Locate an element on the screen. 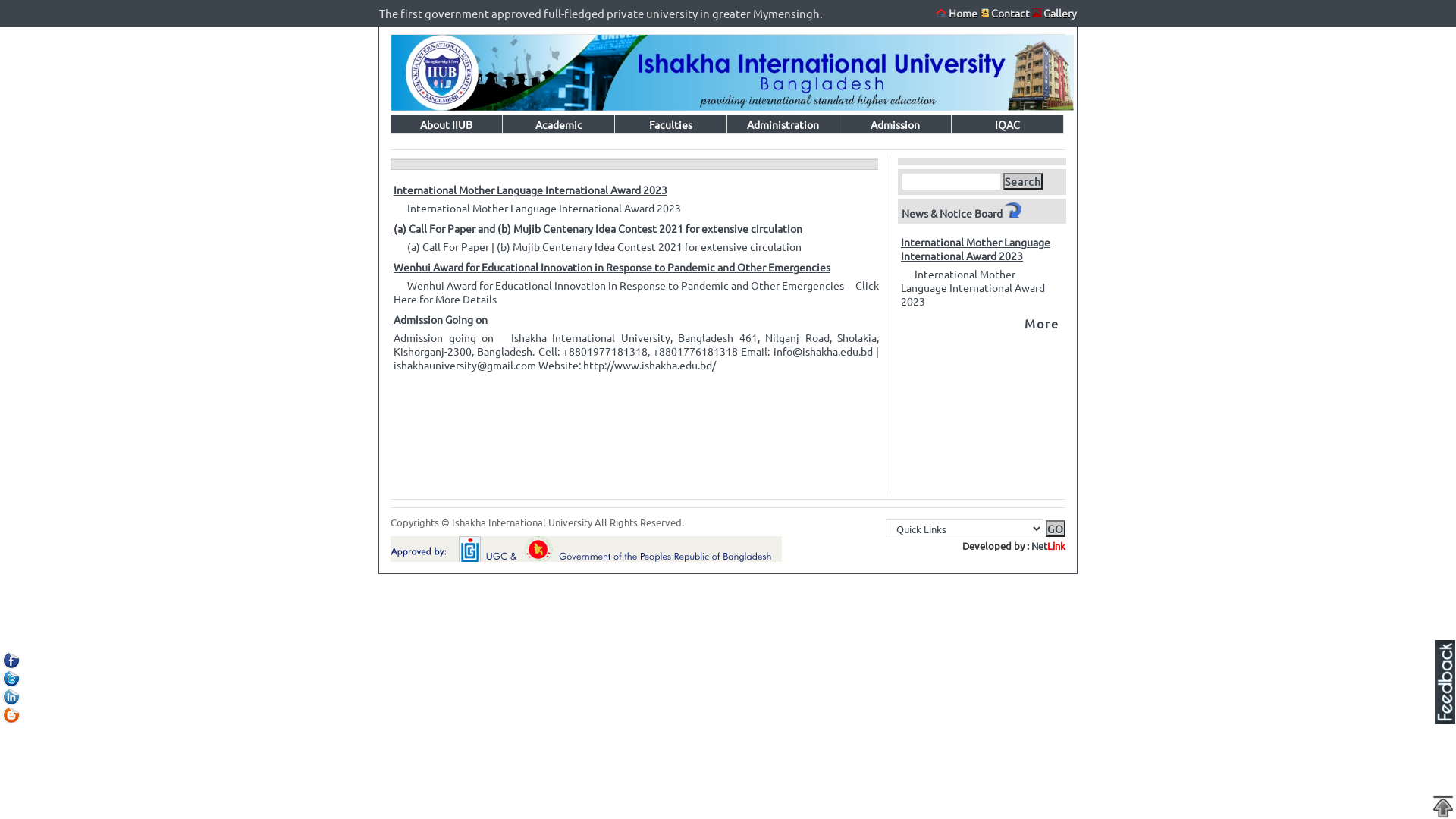  'Academic' is located at coordinates (558, 124).